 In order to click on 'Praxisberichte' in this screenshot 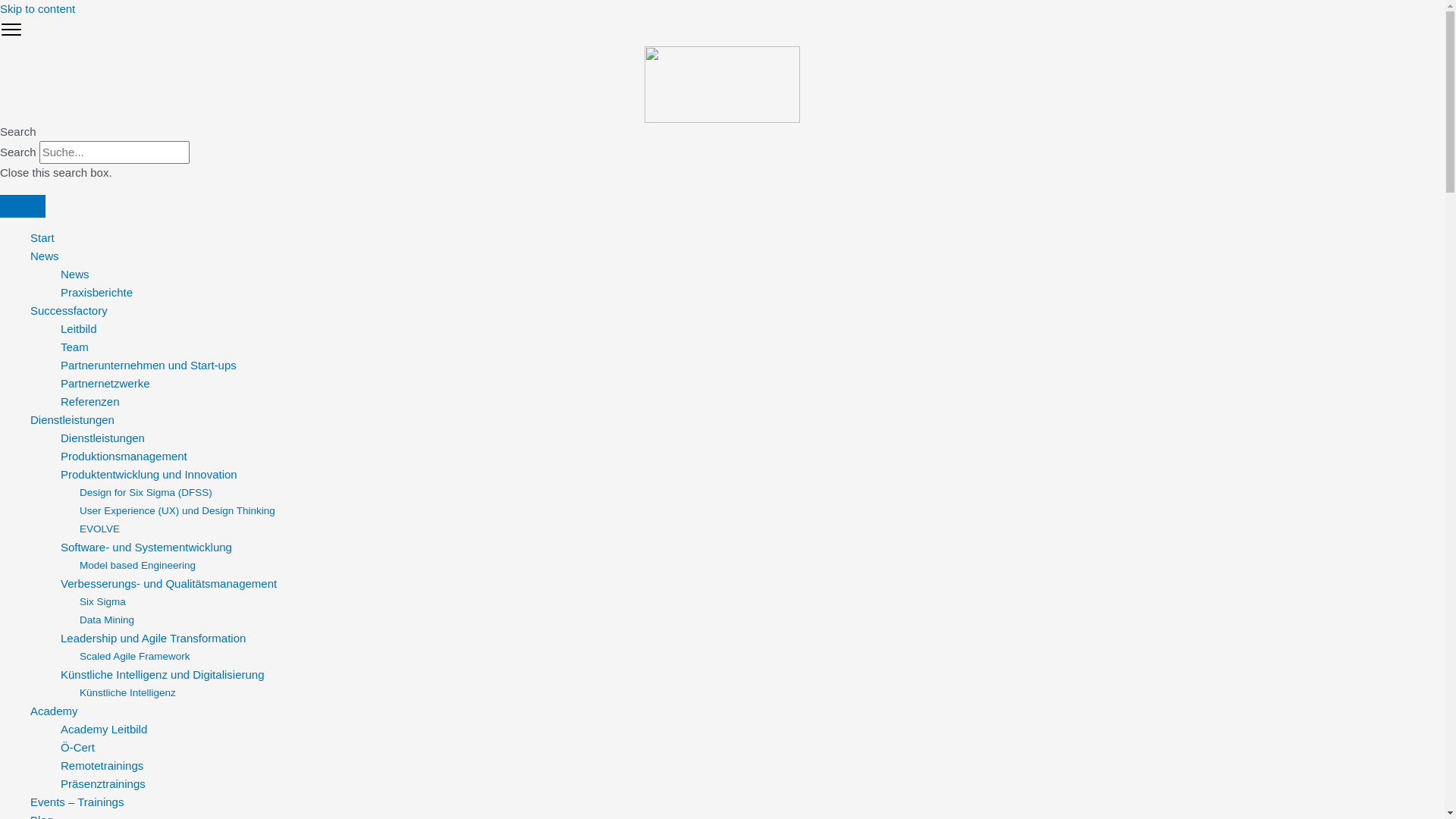, I will do `click(96, 292)`.